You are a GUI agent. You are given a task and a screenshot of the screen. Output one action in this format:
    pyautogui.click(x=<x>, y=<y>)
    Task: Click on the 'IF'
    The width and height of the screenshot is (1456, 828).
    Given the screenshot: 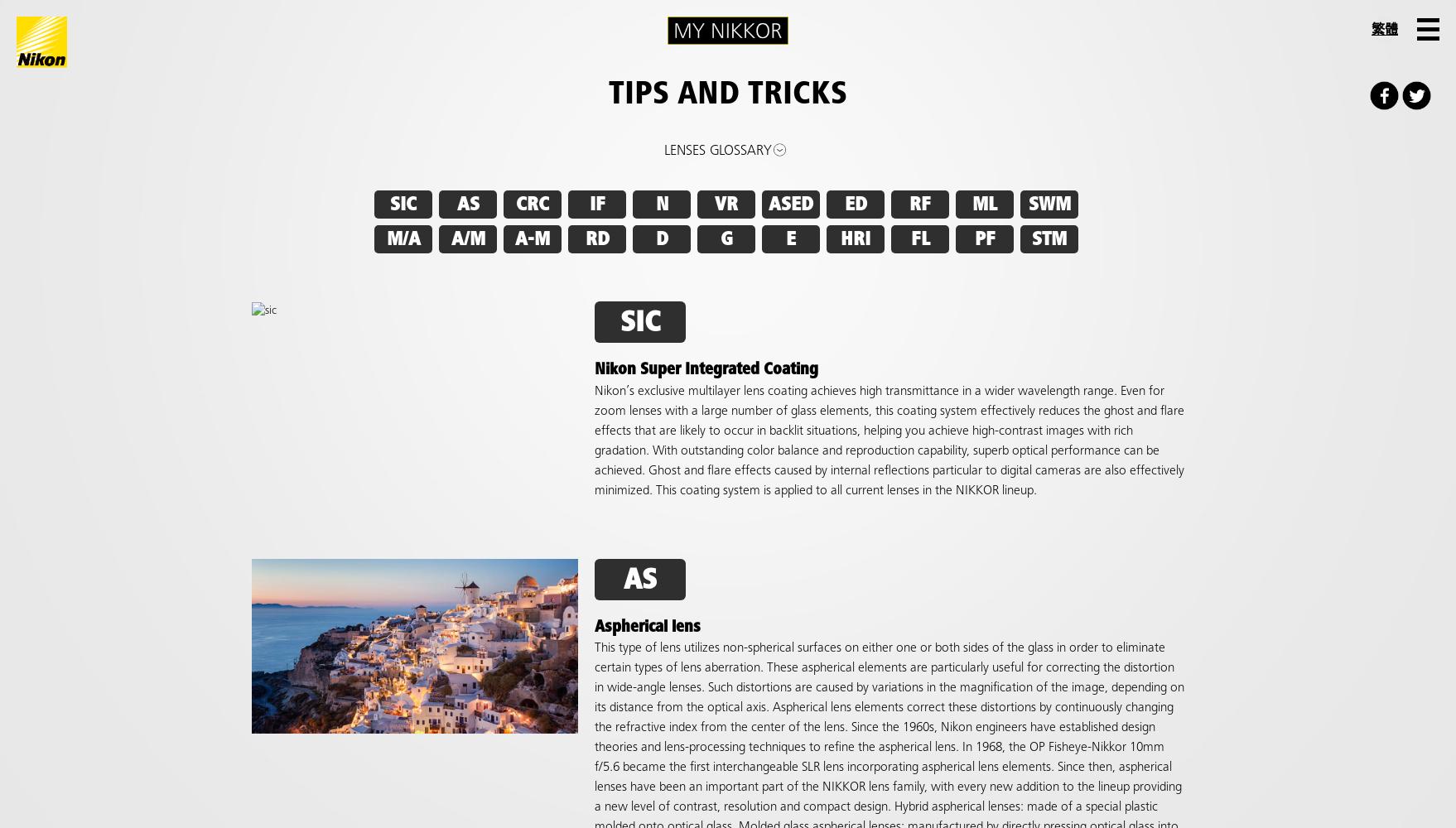 What is the action you would take?
    pyautogui.click(x=596, y=204)
    